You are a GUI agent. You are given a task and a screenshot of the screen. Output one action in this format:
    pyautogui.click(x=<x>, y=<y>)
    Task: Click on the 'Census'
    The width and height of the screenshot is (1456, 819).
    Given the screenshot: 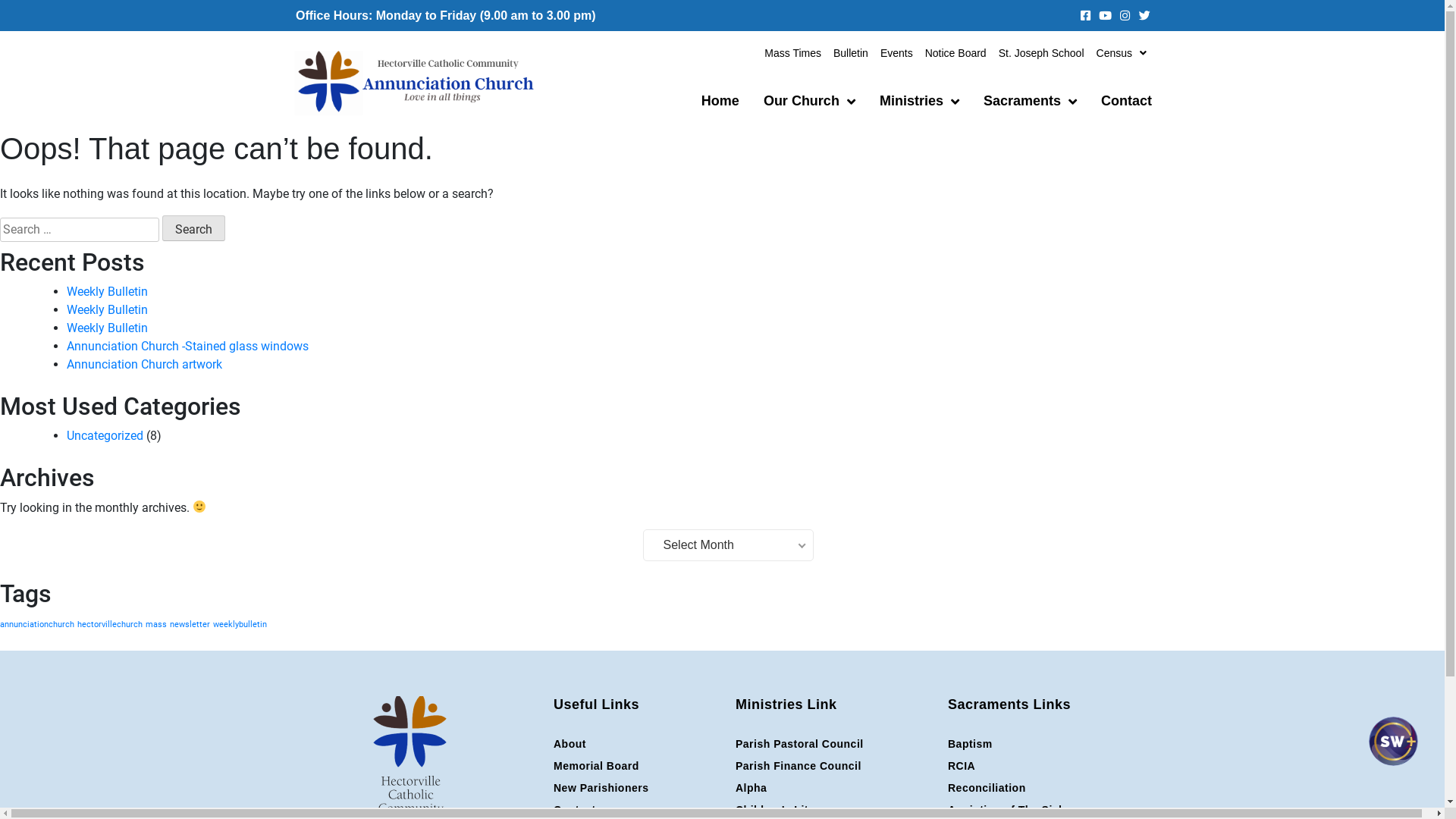 What is the action you would take?
    pyautogui.click(x=1121, y=52)
    